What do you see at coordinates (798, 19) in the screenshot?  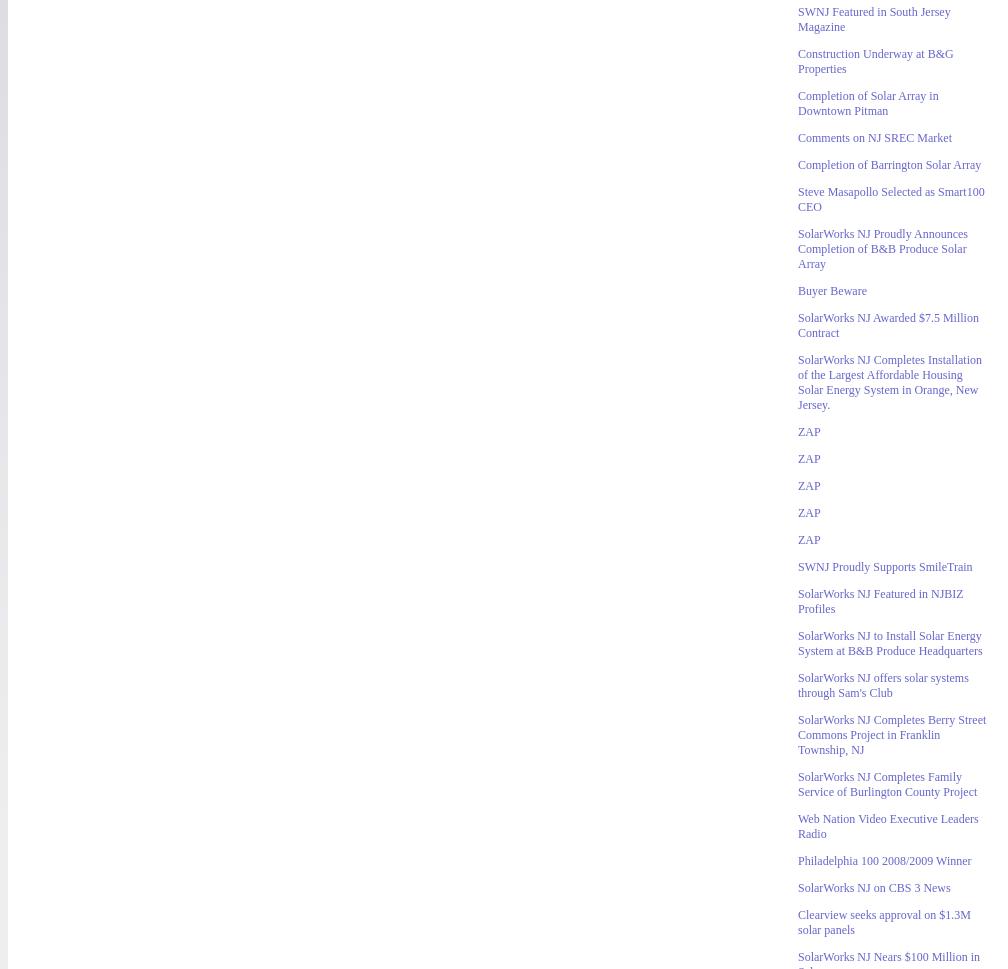 I see `'SWNJ Featured in South Jersey Magazine'` at bounding box center [798, 19].